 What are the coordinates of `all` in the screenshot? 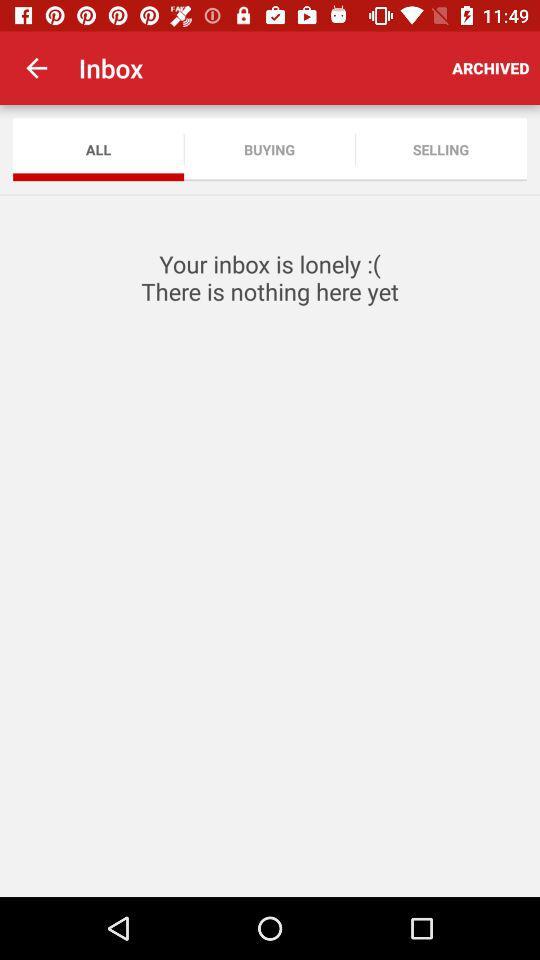 It's located at (97, 148).